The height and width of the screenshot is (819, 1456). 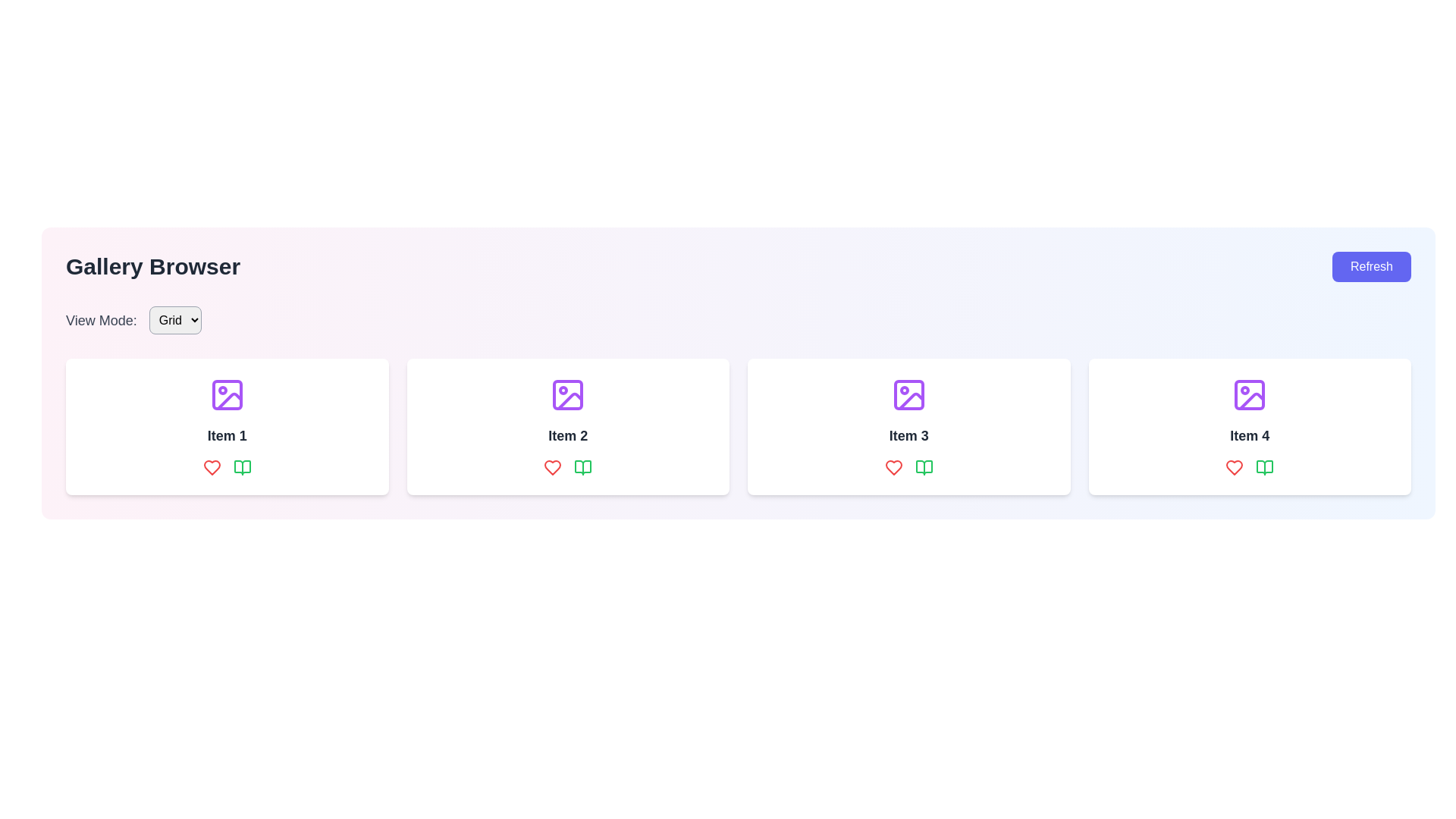 What do you see at coordinates (1265, 467) in the screenshot?
I see `the green icon button located to the right of the red heart icon in the fourth item card at the bottom of the card` at bounding box center [1265, 467].